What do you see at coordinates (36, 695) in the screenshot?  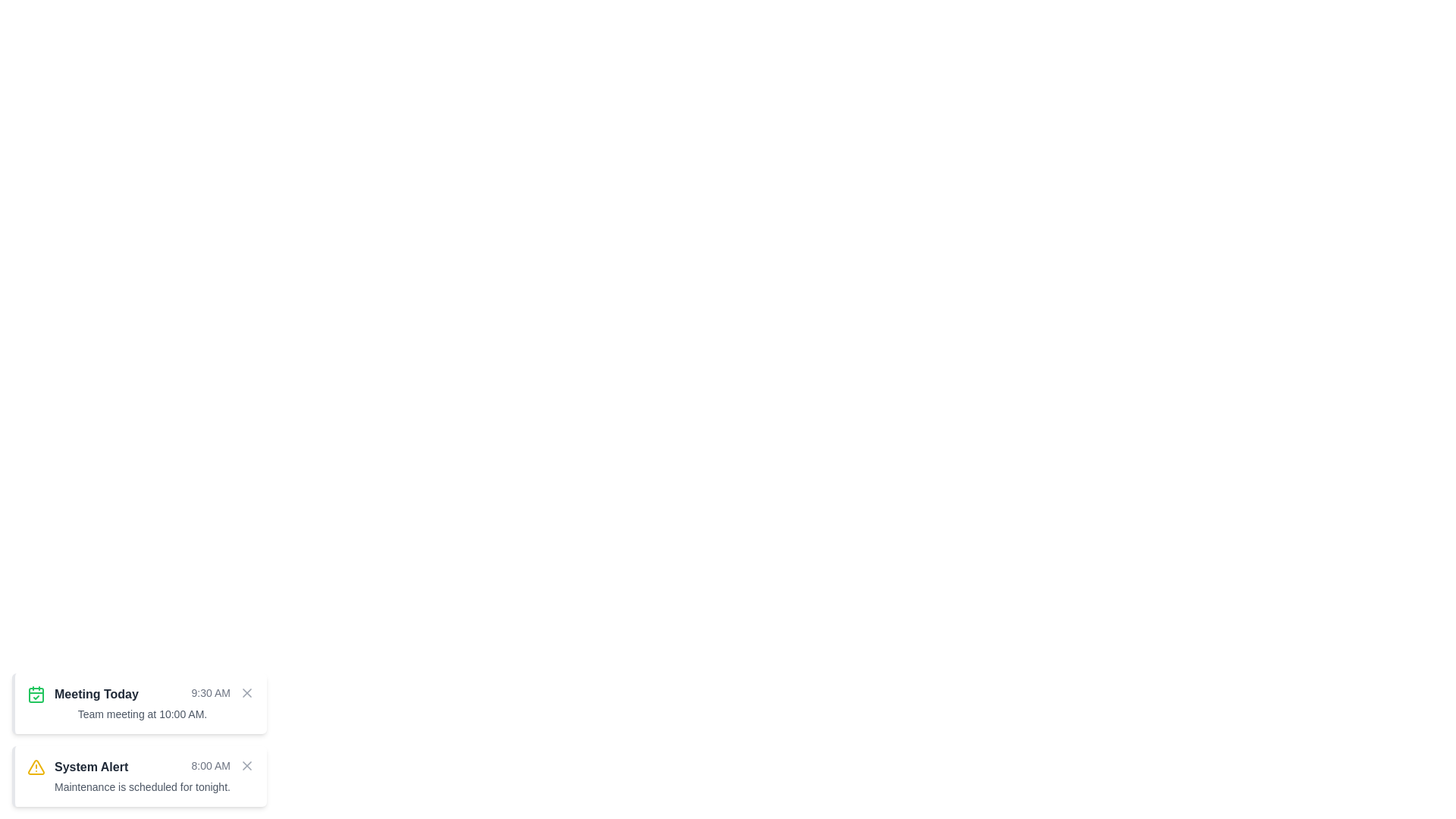 I see `calendar icon part of the SVG element, which is a rounded rectangle with a green border and fill, located within a notification indicating 'Meeting Today'` at bounding box center [36, 695].